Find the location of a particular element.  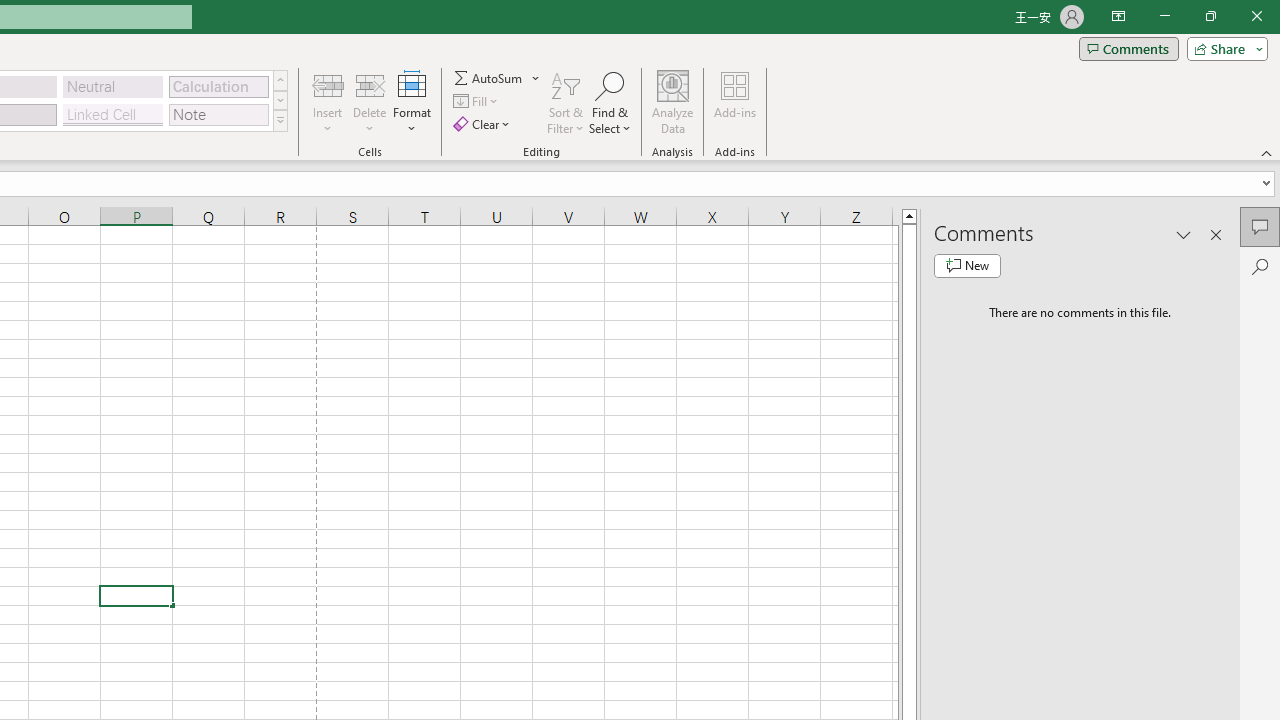

'Clear' is located at coordinates (483, 124).